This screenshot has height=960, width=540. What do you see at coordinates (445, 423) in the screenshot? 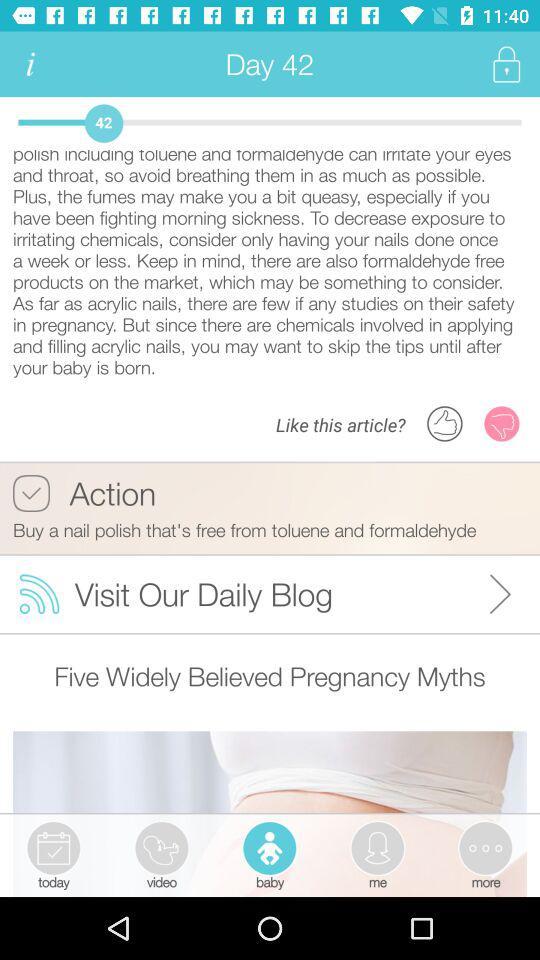
I see `like this article` at bounding box center [445, 423].